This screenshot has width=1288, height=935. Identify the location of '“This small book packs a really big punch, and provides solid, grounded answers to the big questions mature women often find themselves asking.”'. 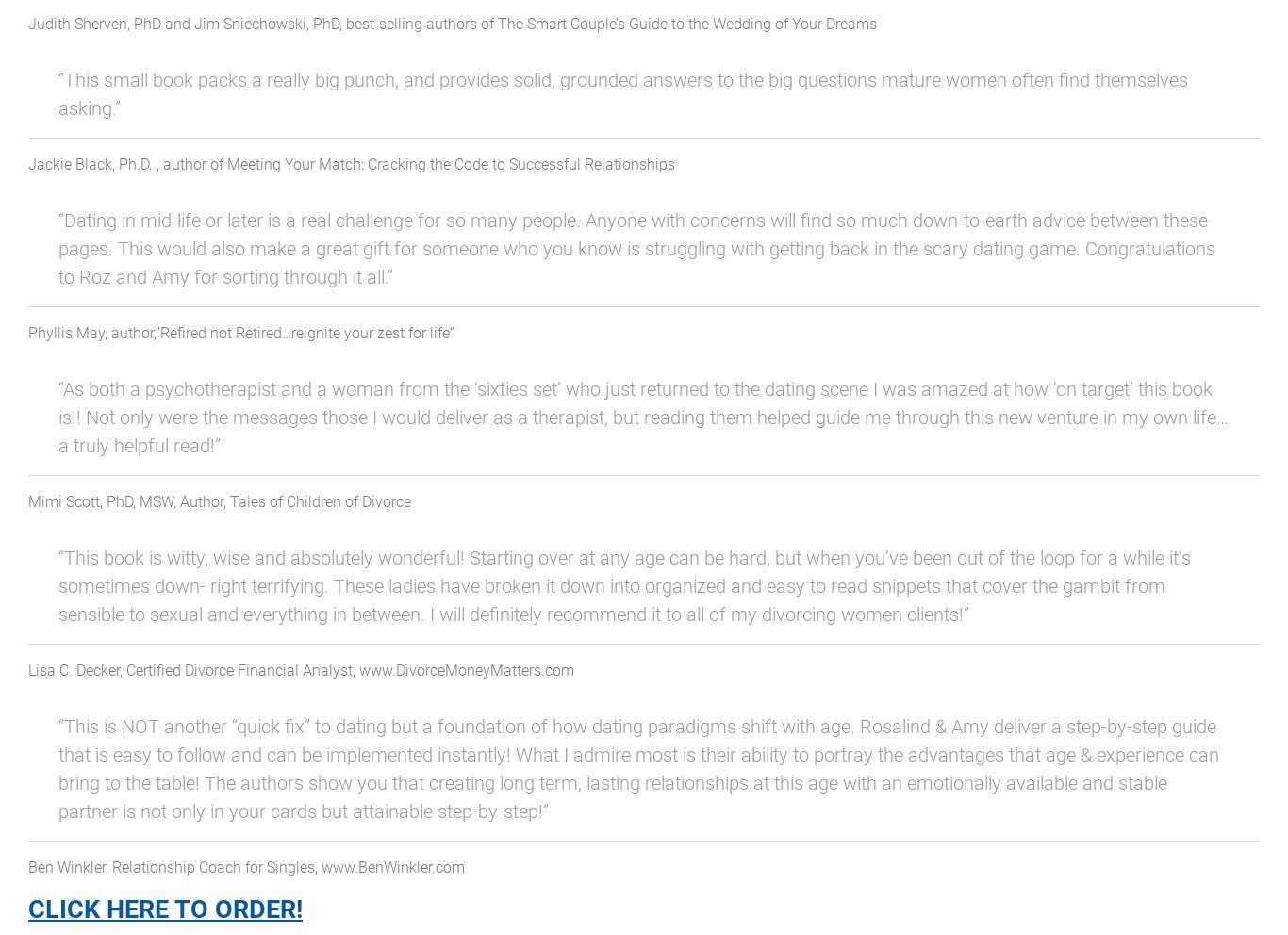
(622, 92).